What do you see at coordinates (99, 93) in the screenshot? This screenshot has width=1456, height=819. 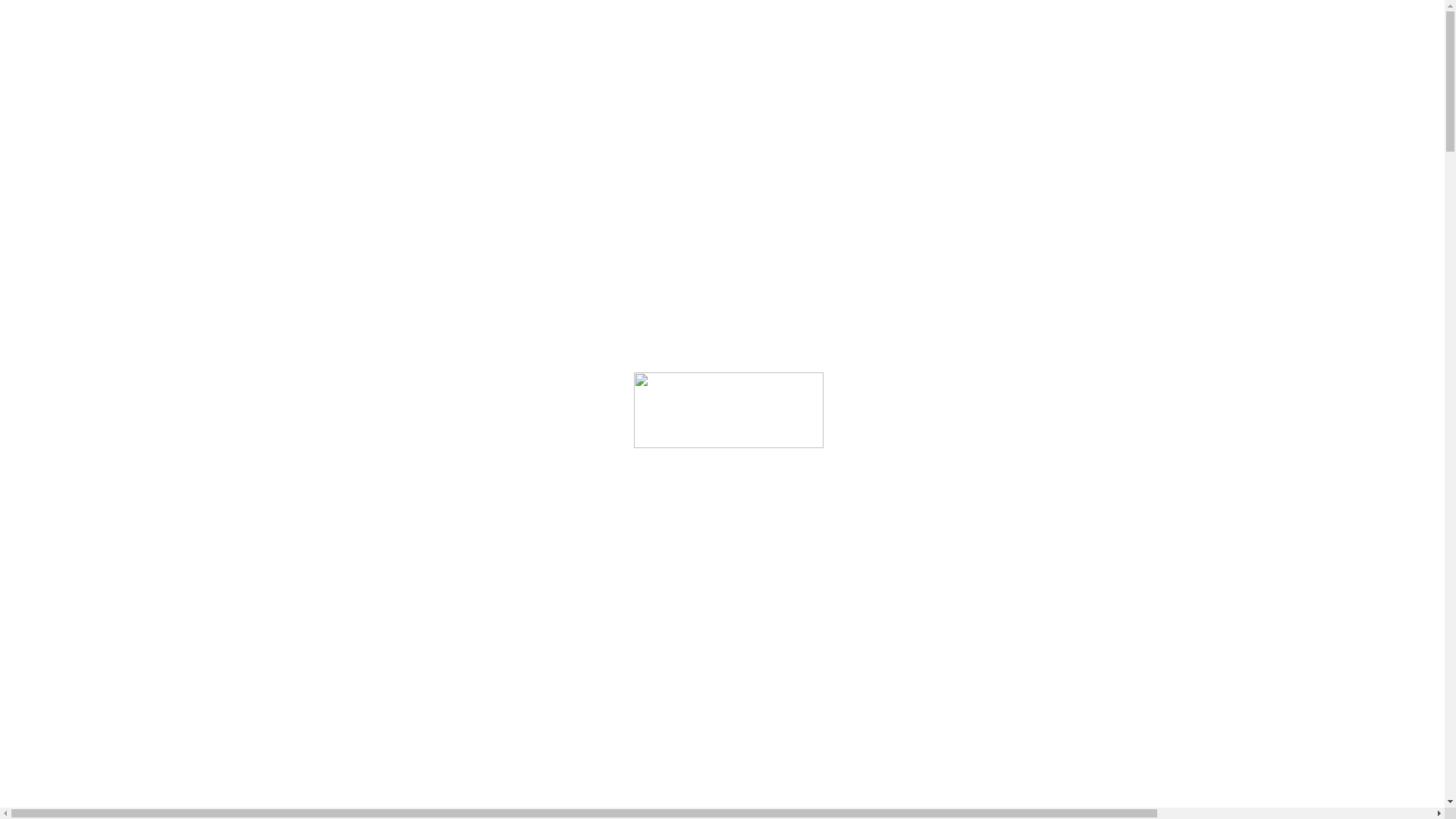 I see `'VEELGESTELDE VRAGEN'` at bounding box center [99, 93].